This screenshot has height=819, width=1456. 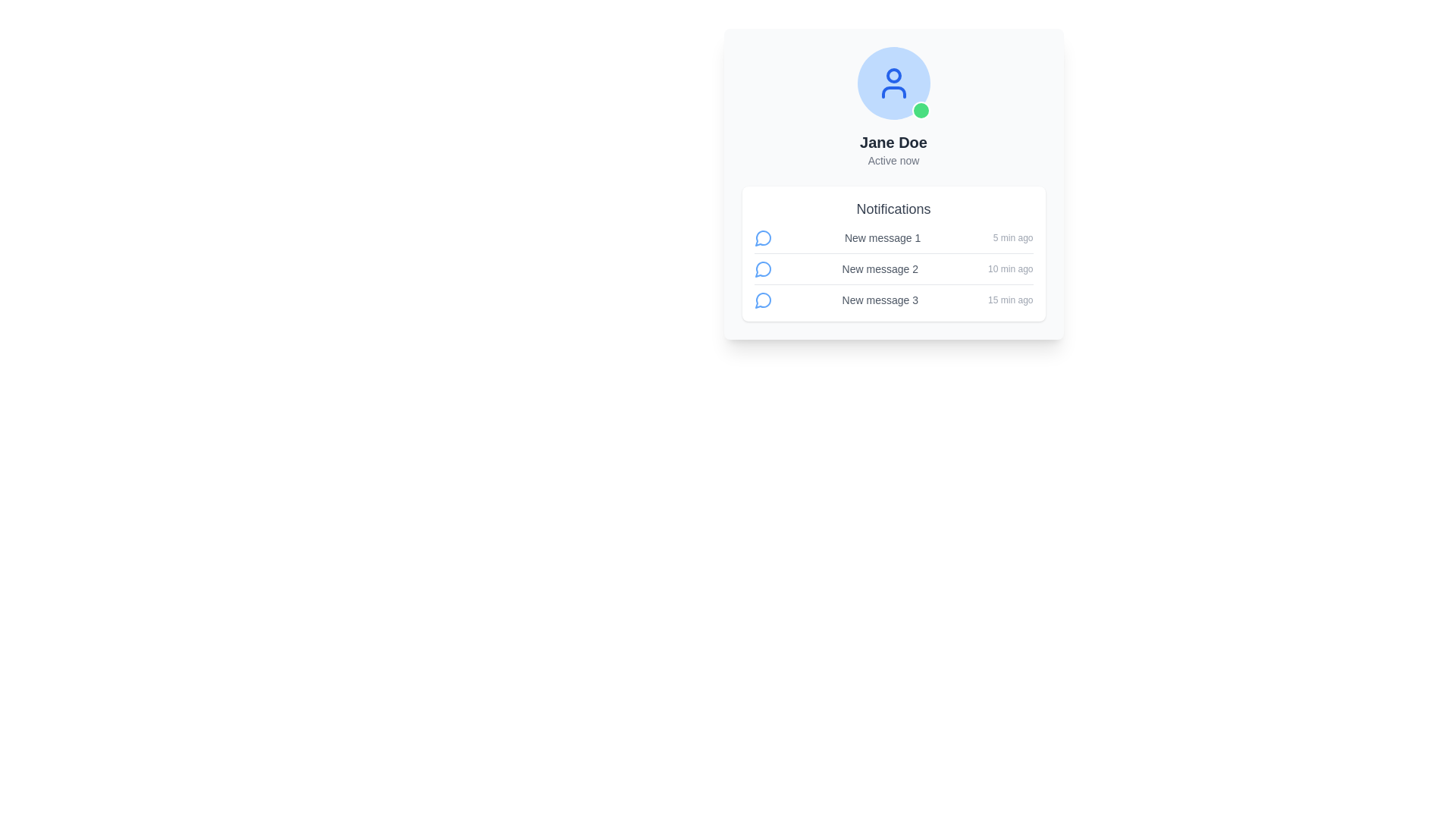 I want to click on the status represented by the Status Indicator located at the bottom-right corner of the profile icon, so click(x=920, y=110).